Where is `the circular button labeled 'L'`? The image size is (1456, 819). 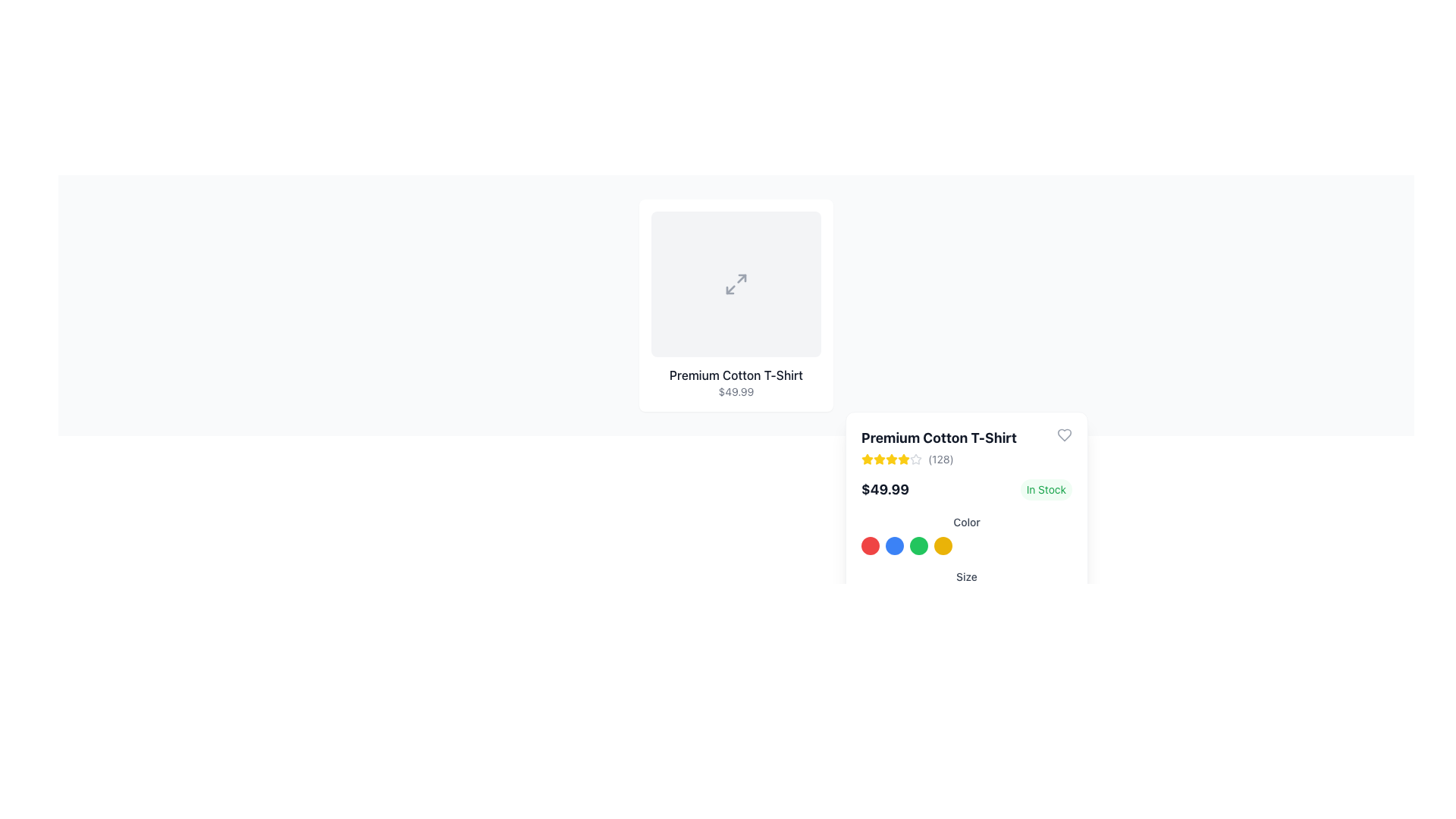 the circular button labeled 'L' is located at coordinates (964, 602).